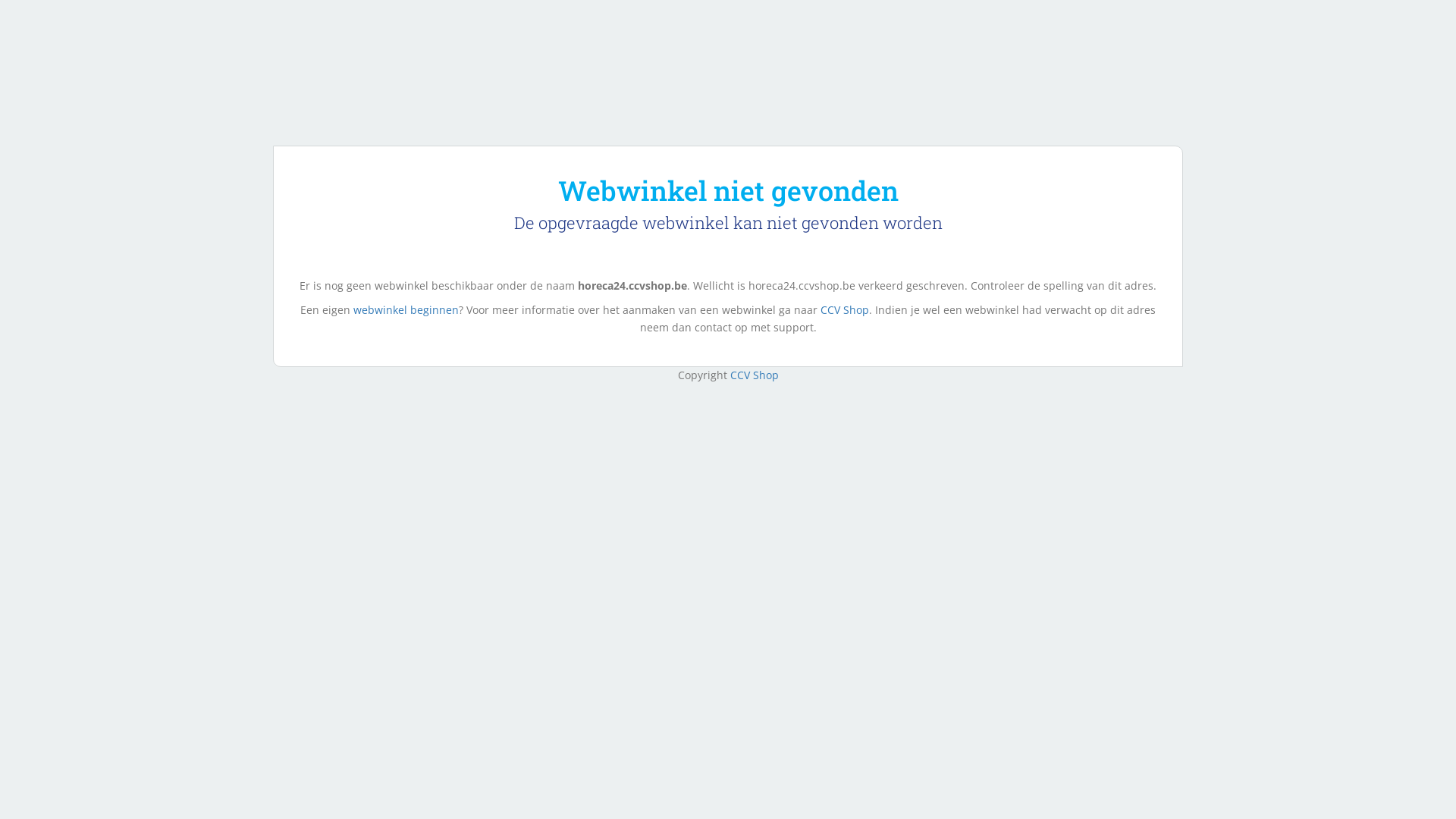  Describe the element at coordinates (753, 375) in the screenshot. I see `'CCV Shop'` at that location.